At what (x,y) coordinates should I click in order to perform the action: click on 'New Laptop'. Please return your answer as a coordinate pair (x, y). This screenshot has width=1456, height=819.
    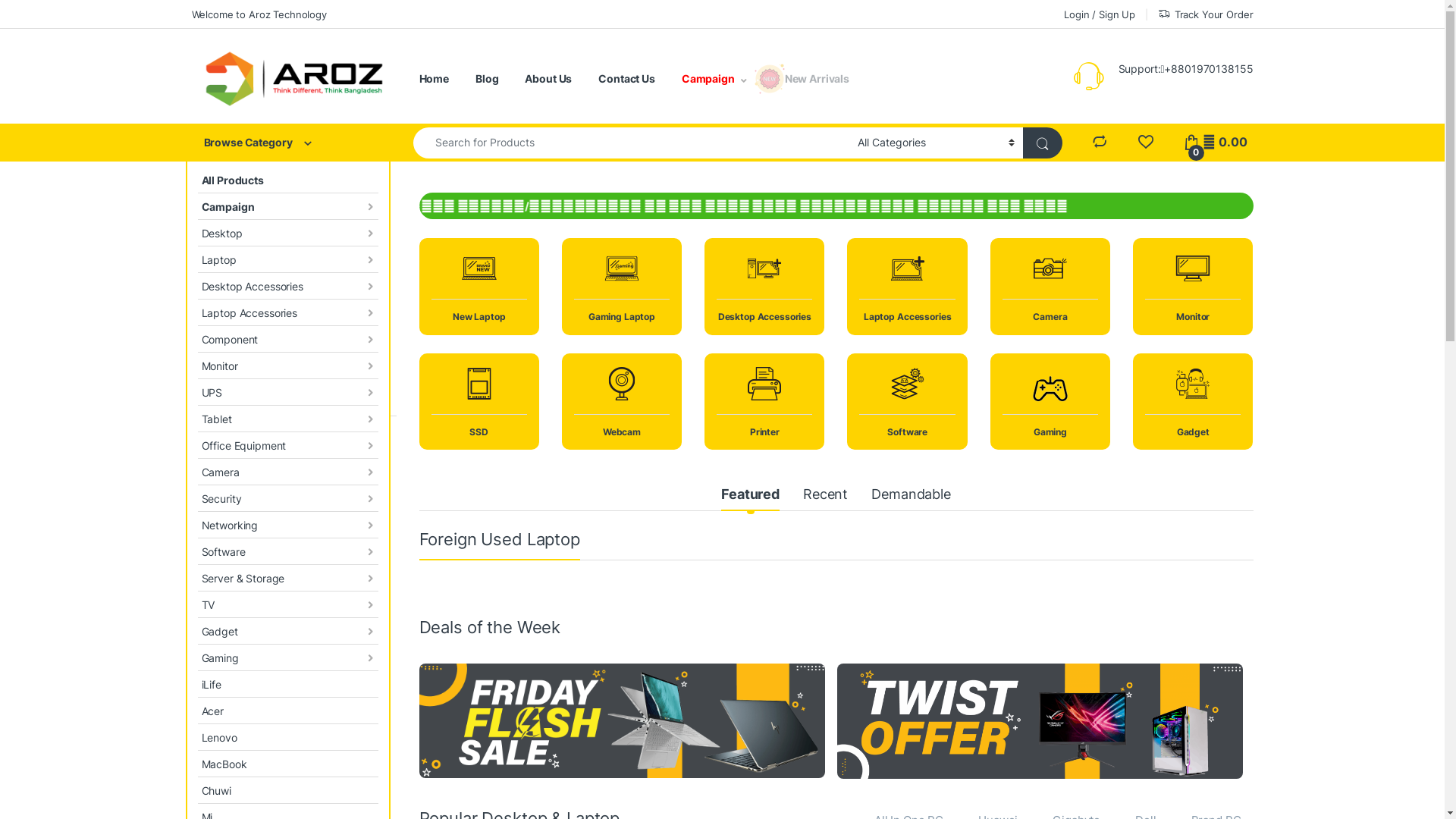
    Looking at the image, I should click on (477, 286).